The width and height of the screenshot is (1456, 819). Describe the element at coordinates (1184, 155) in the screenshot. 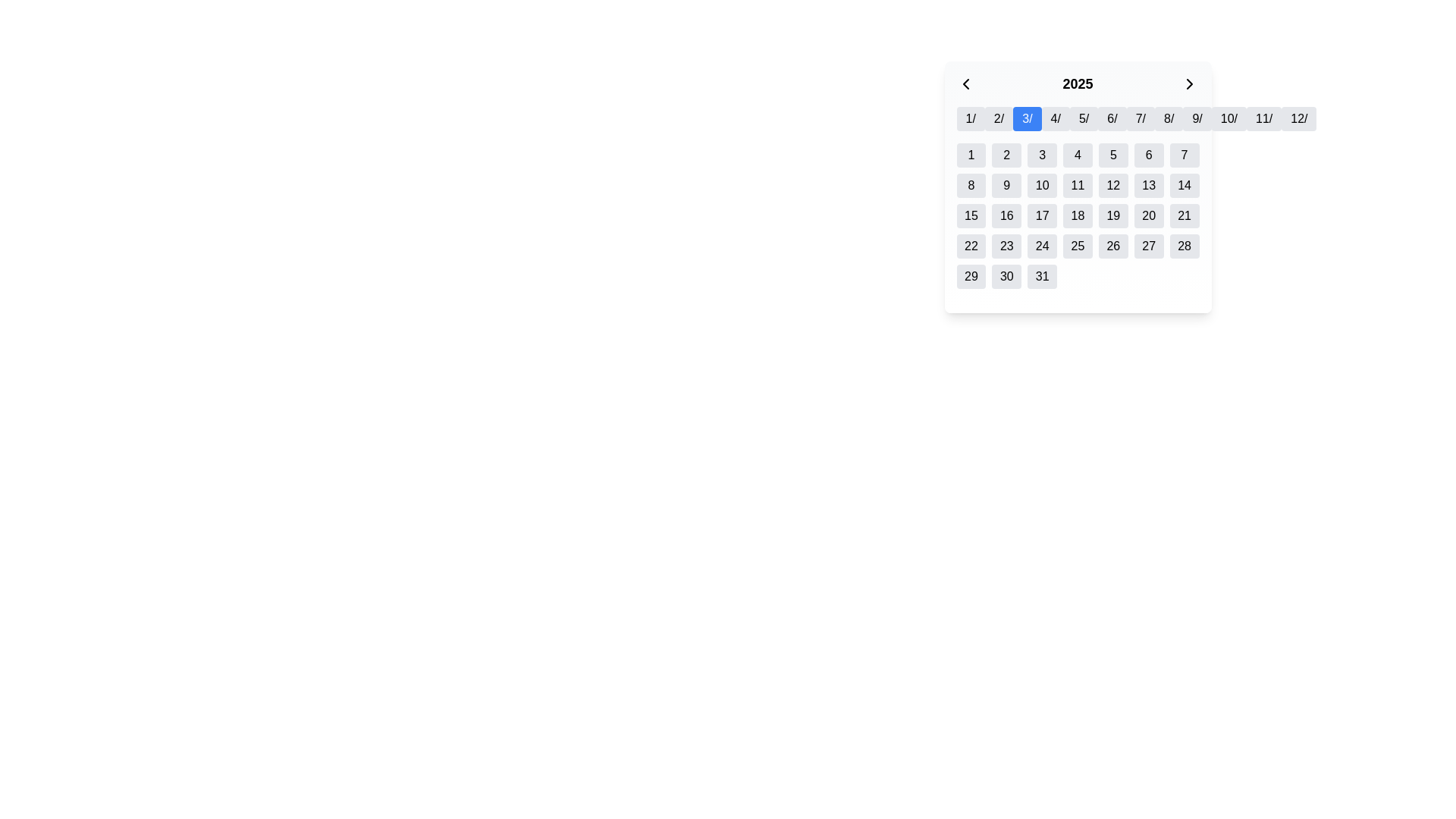

I see `the interactive button representing the date '7' in the calendar` at that location.